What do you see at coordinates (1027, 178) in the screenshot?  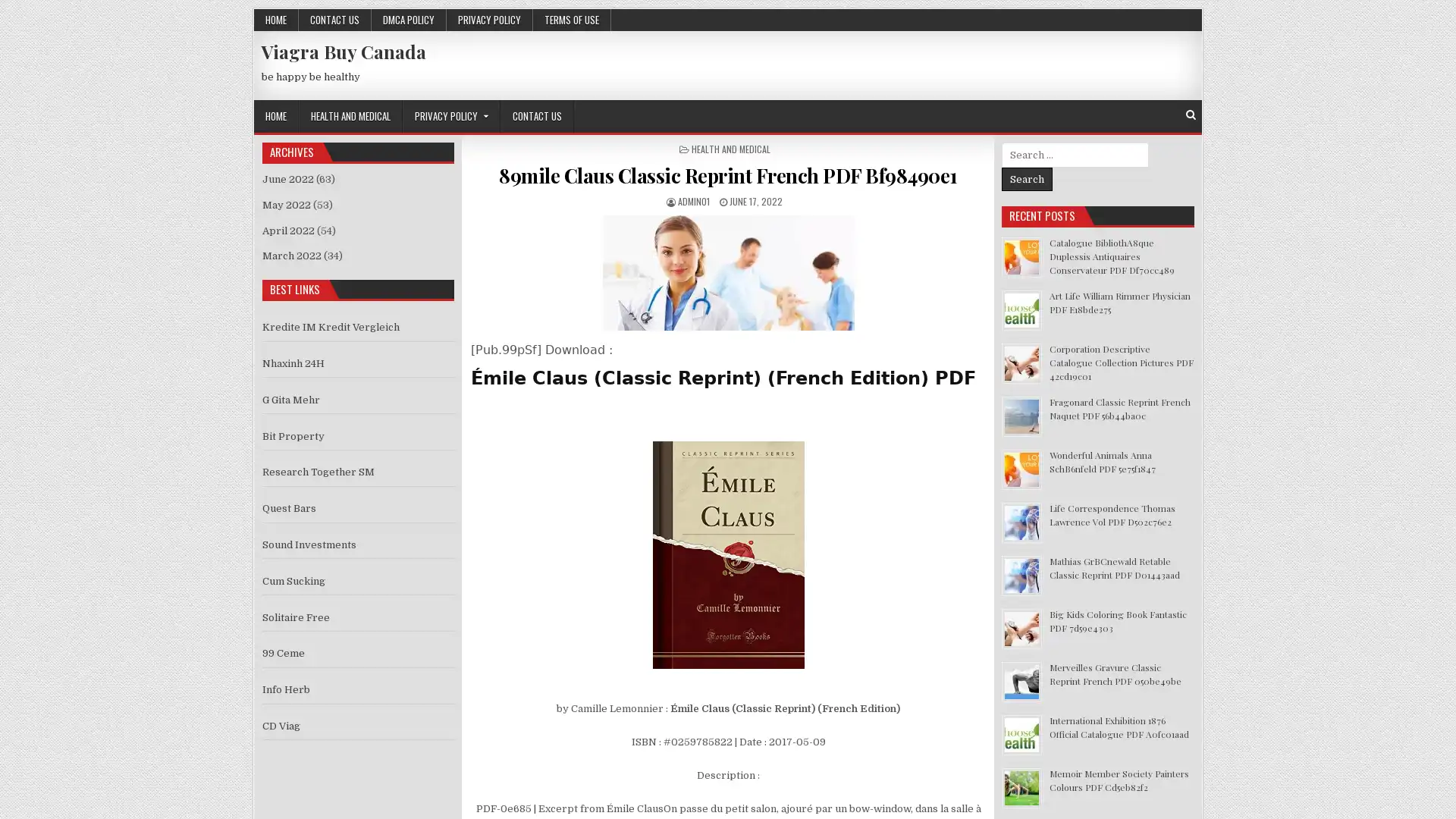 I see `Search` at bounding box center [1027, 178].